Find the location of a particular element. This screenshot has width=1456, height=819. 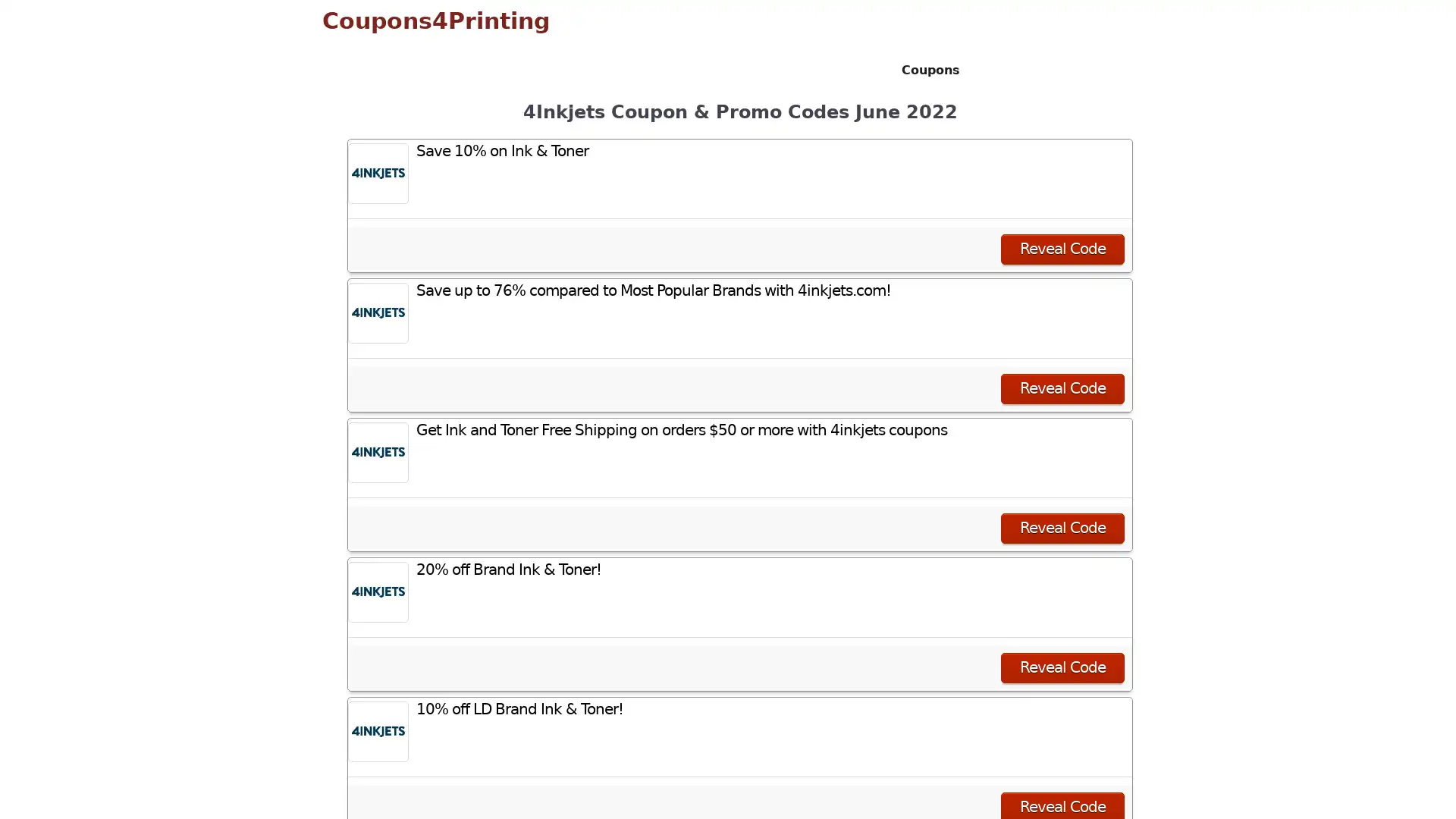

Reveal Code is located at coordinates (1062, 247).